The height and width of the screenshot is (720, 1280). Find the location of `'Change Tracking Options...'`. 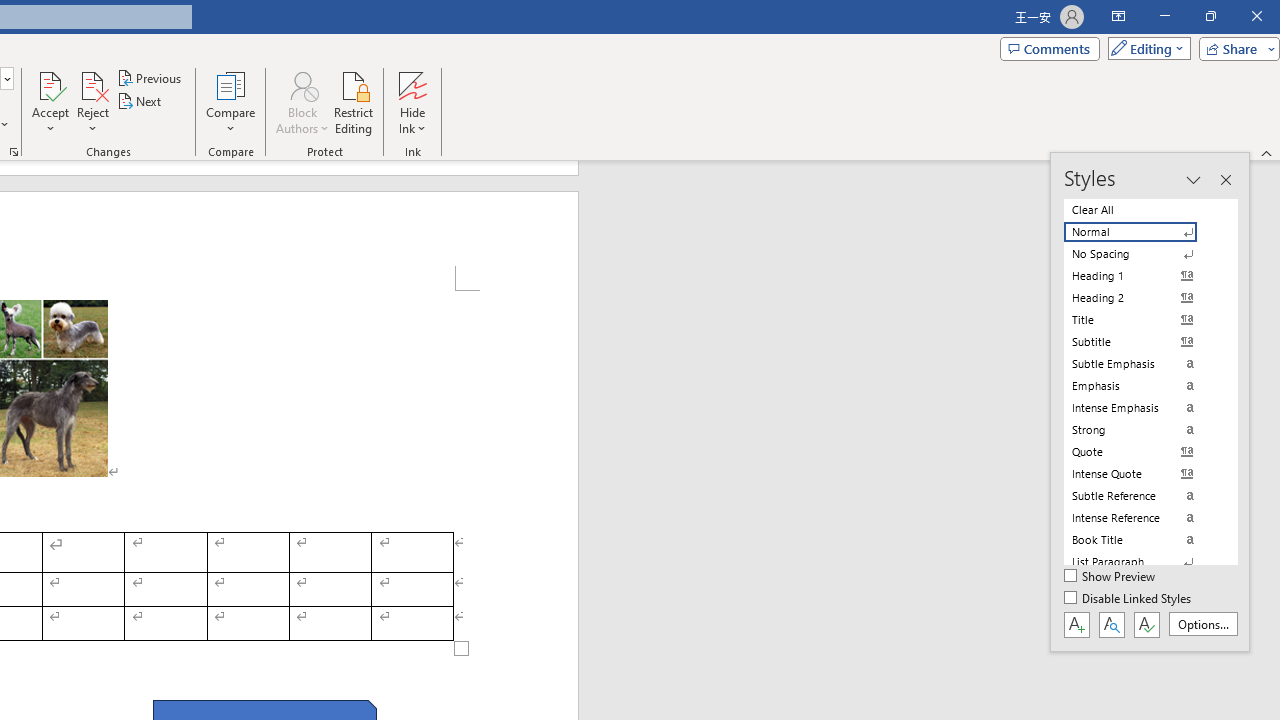

'Change Tracking Options...' is located at coordinates (14, 150).